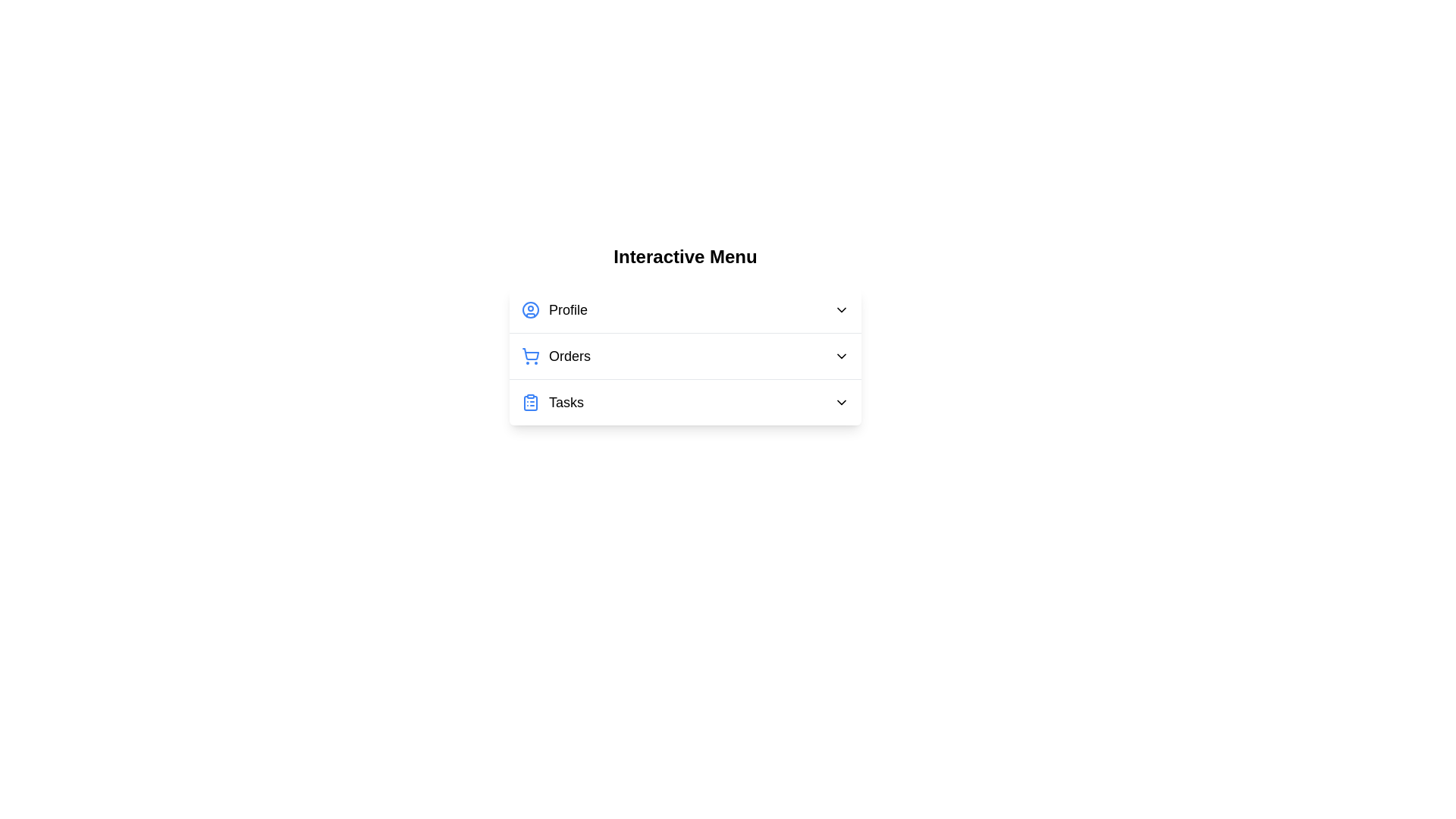  What do you see at coordinates (684, 309) in the screenshot?
I see `the 'Profile' menu item in the Interactive Menu` at bounding box center [684, 309].